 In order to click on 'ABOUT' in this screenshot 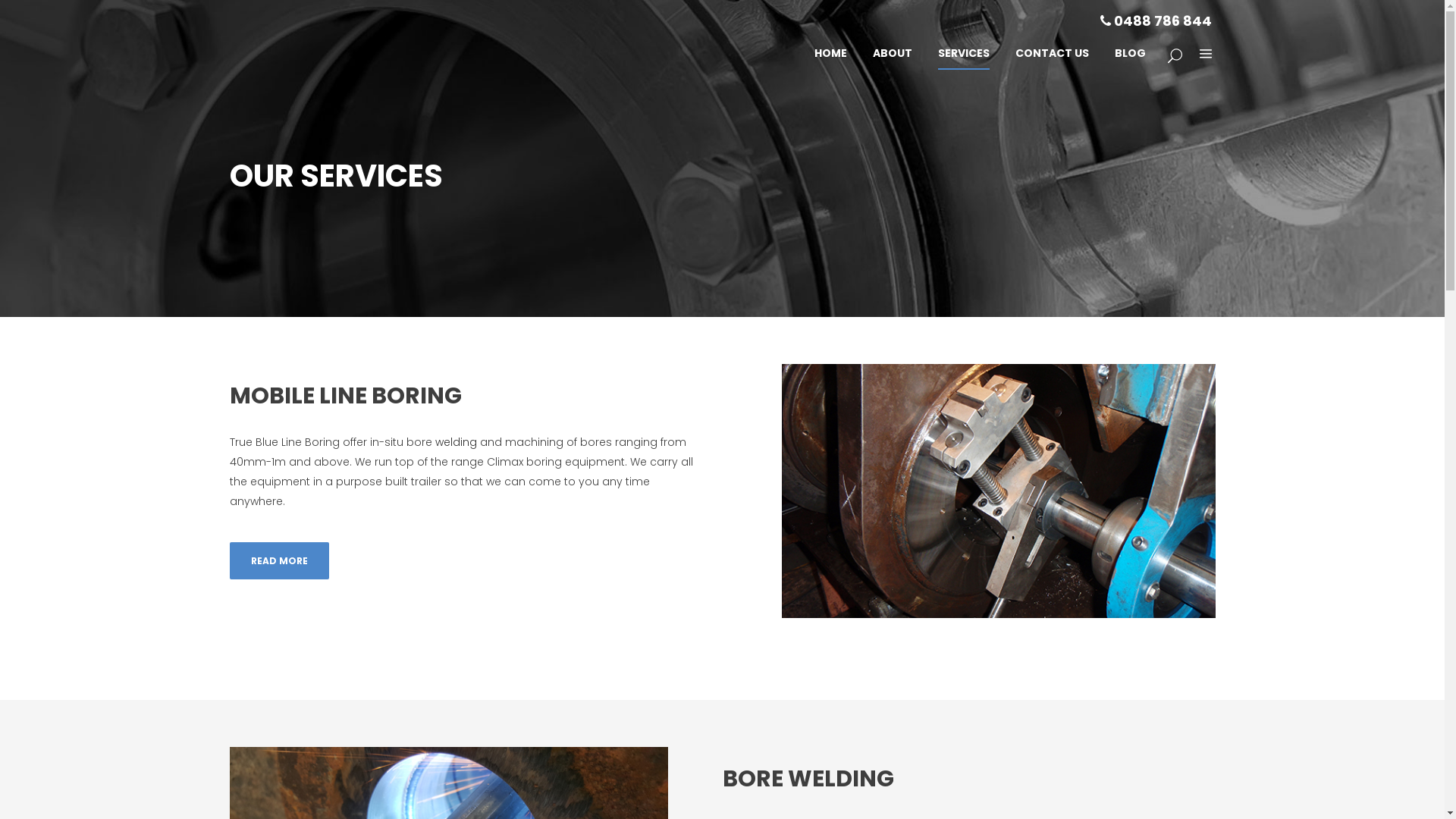, I will do `click(892, 52)`.